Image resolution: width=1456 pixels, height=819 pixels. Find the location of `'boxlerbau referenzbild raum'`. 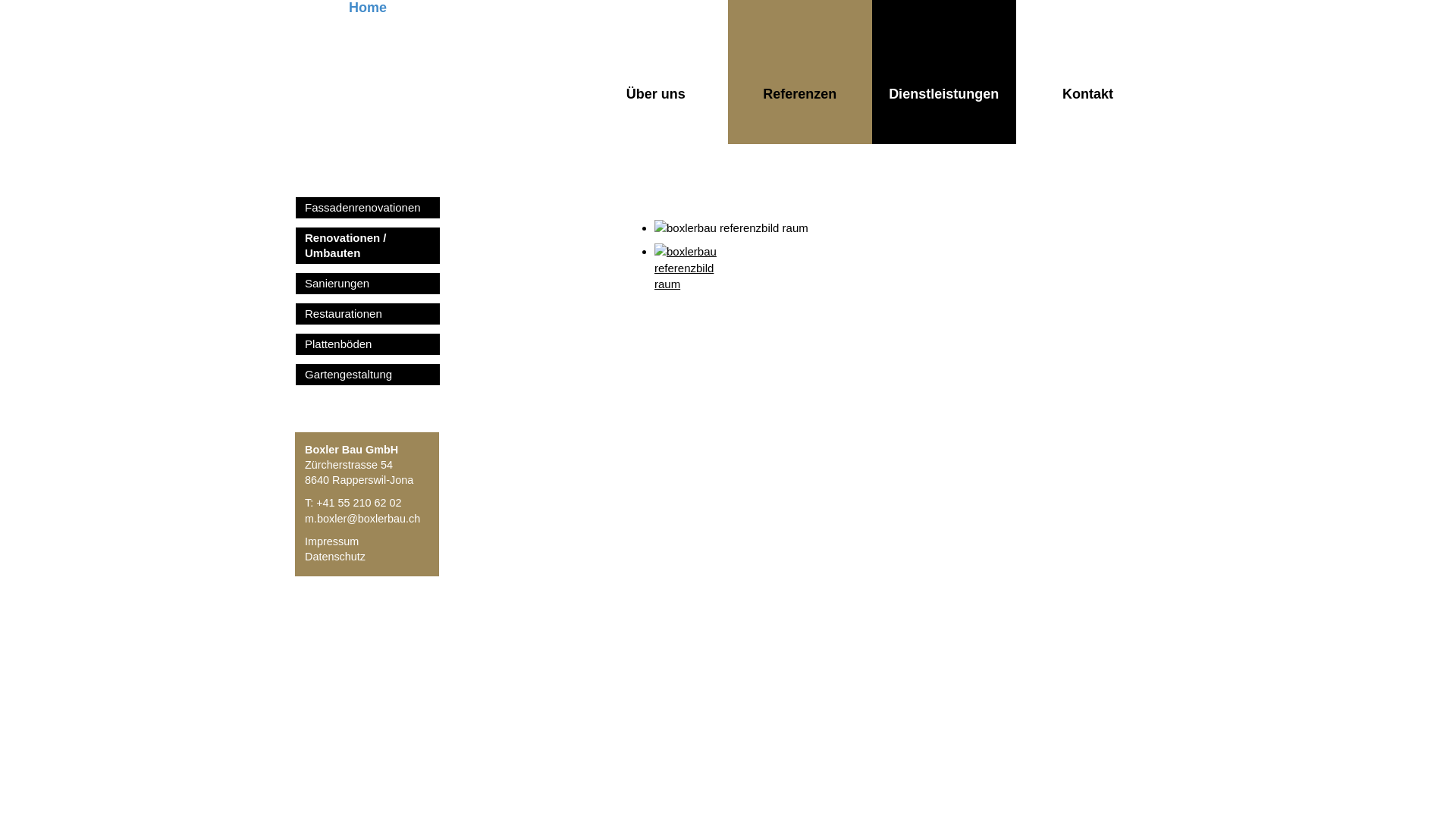

'boxlerbau referenzbild raum' is located at coordinates (654, 227).